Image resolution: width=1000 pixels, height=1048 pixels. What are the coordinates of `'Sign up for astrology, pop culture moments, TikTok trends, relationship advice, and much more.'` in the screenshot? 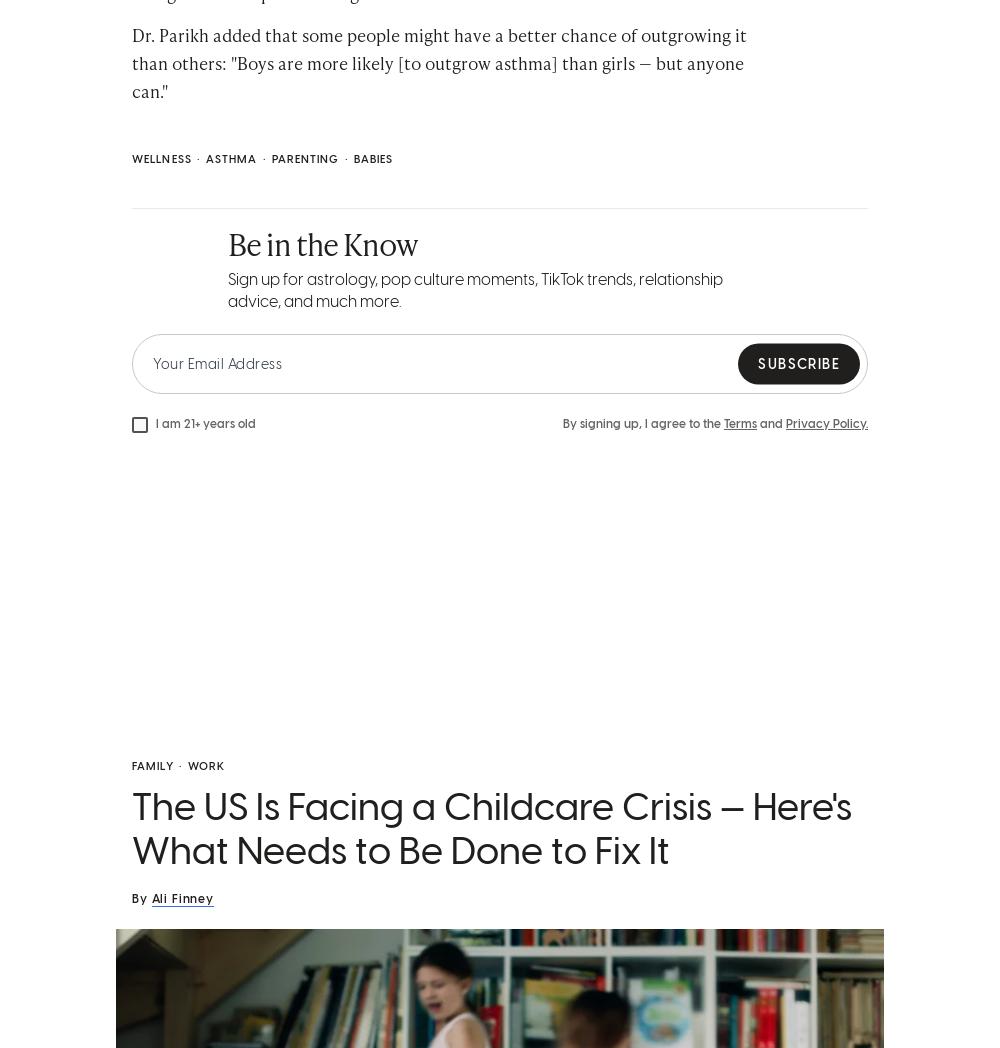 It's located at (474, 289).